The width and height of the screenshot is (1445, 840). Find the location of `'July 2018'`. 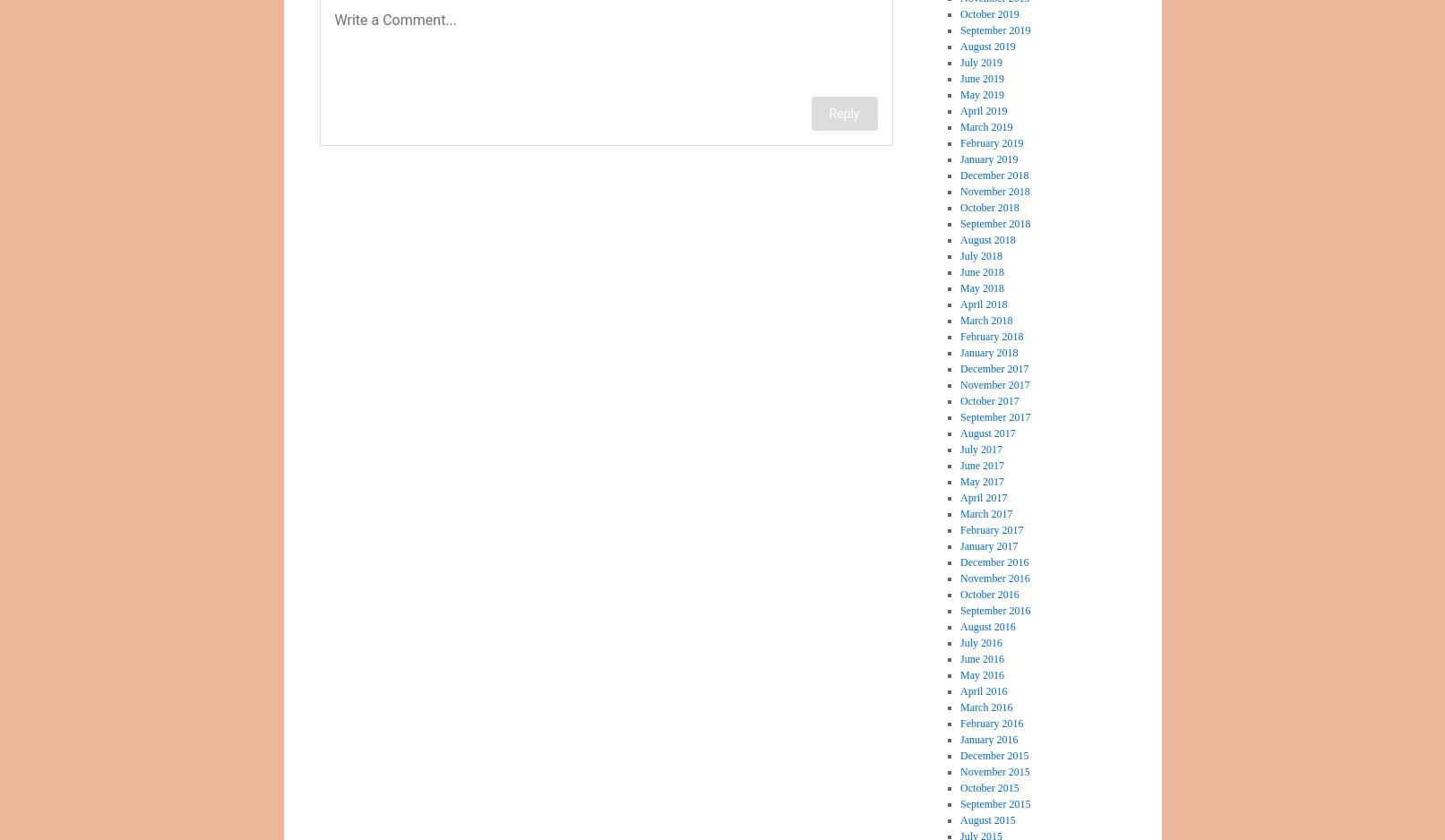

'July 2018' is located at coordinates (981, 255).